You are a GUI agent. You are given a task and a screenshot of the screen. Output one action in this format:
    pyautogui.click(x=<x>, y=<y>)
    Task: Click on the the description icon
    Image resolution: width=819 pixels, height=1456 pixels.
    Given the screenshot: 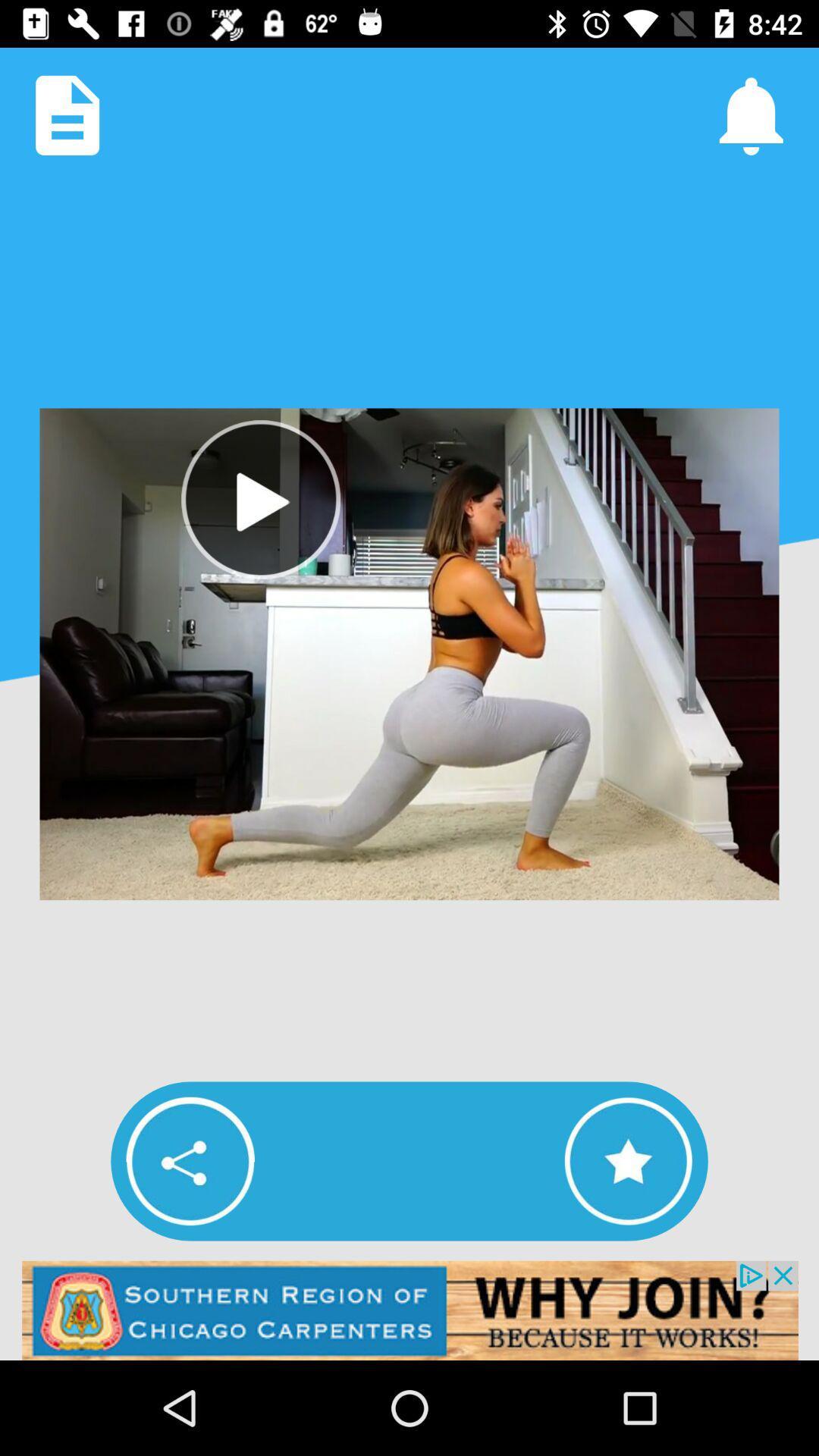 What is the action you would take?
    pyautogui.click(x=67, y=115)
    